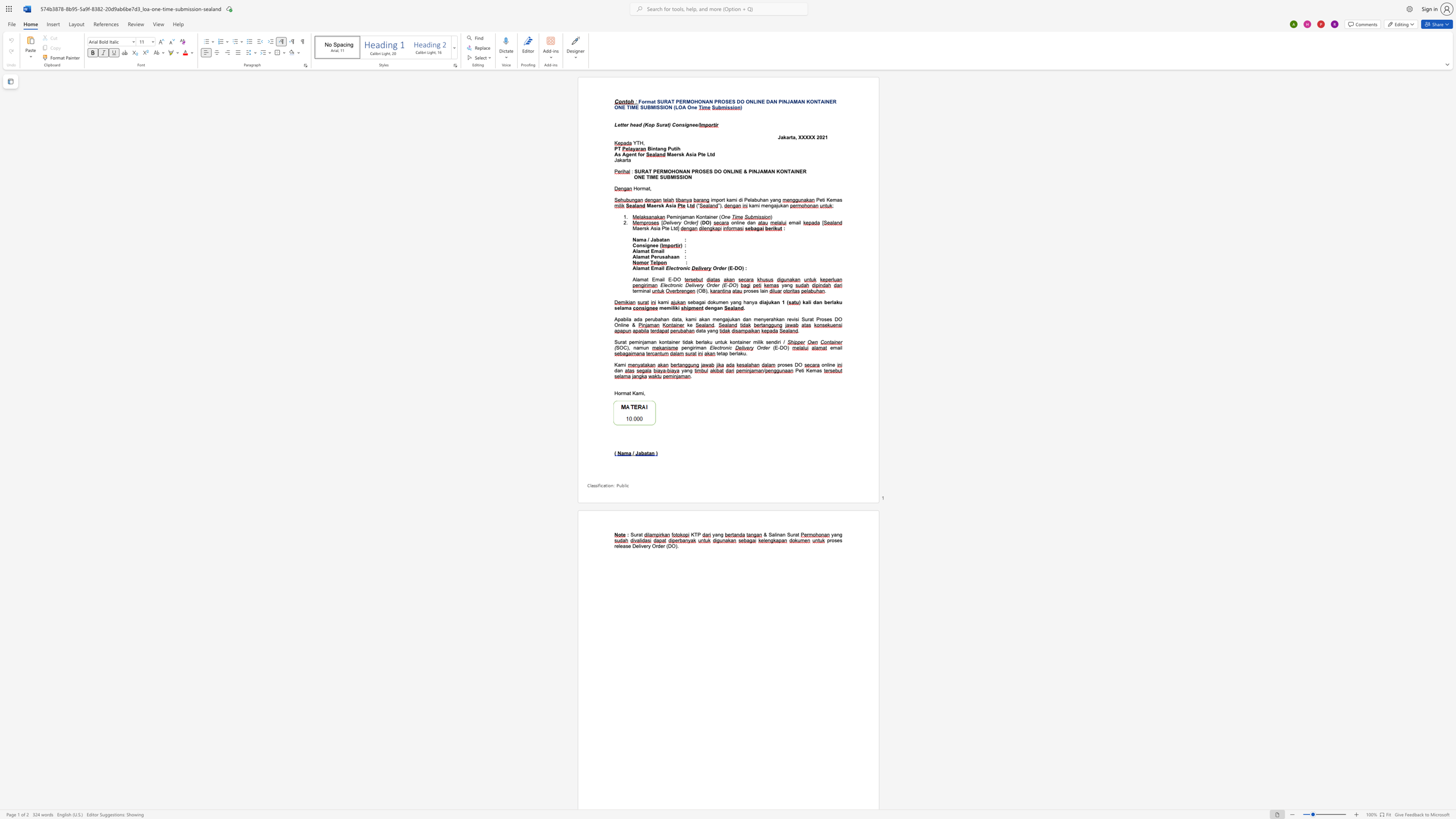  What do you see at coordinates (710, 285) in the screenshot?
I see `the subset text "rder (E-DO" within the text "Electronic Delivery Order (E-DO"` at bounding box center [710, 285].